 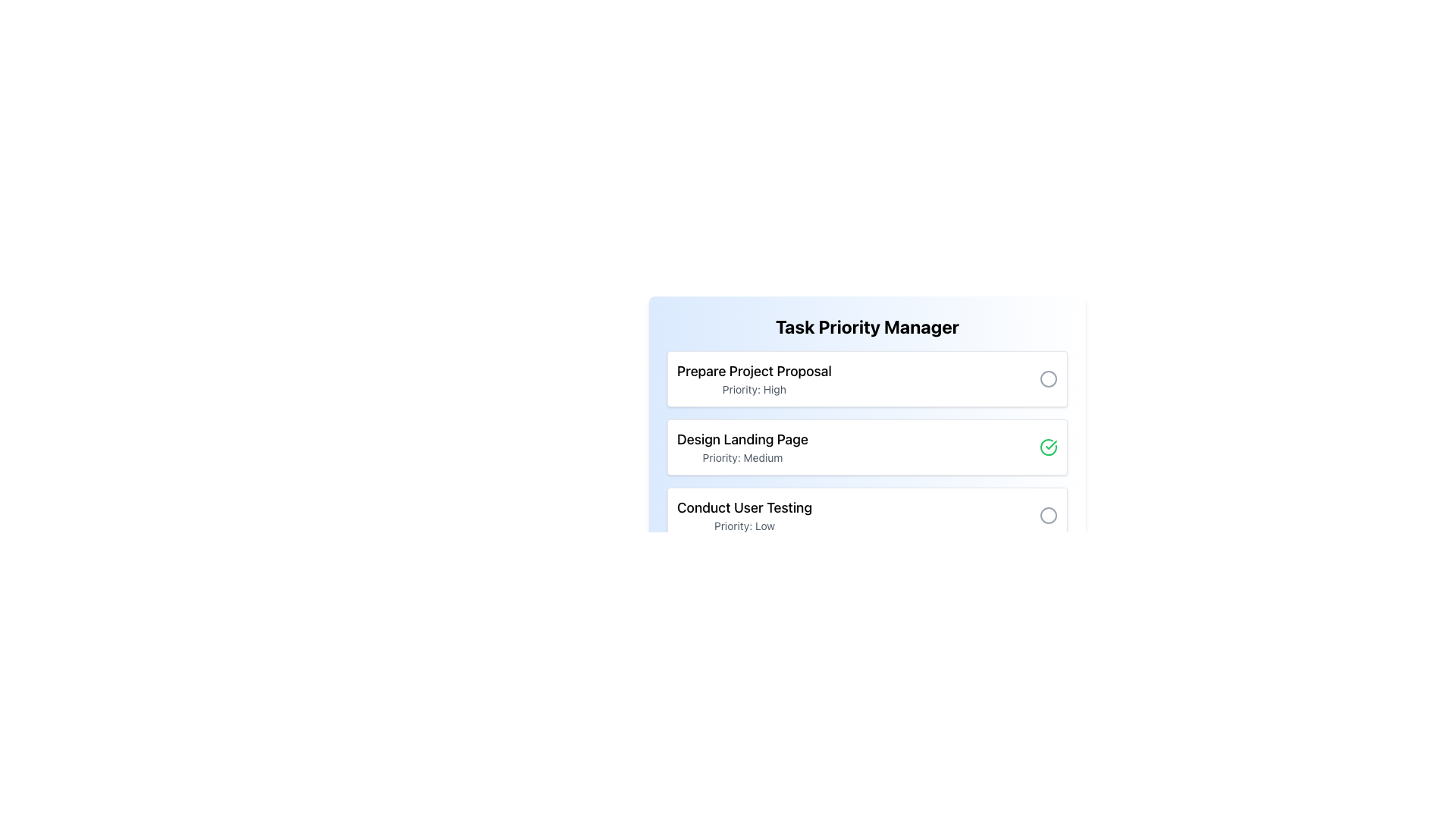 I want to click on the text label reading 'Design Landing Page', so click(x=742, y=439).